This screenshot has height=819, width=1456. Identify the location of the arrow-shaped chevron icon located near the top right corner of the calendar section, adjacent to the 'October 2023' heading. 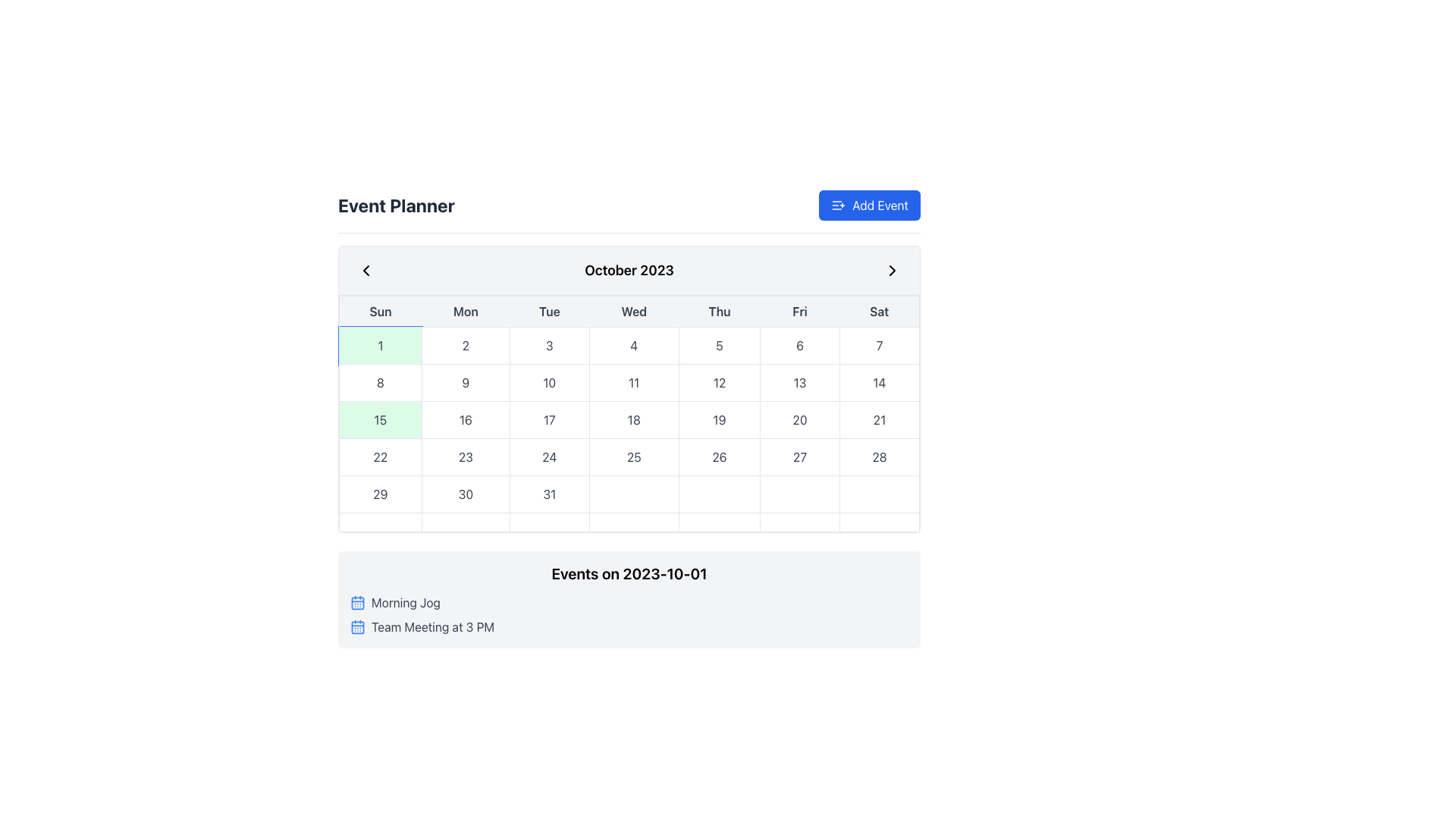
(892, 270).